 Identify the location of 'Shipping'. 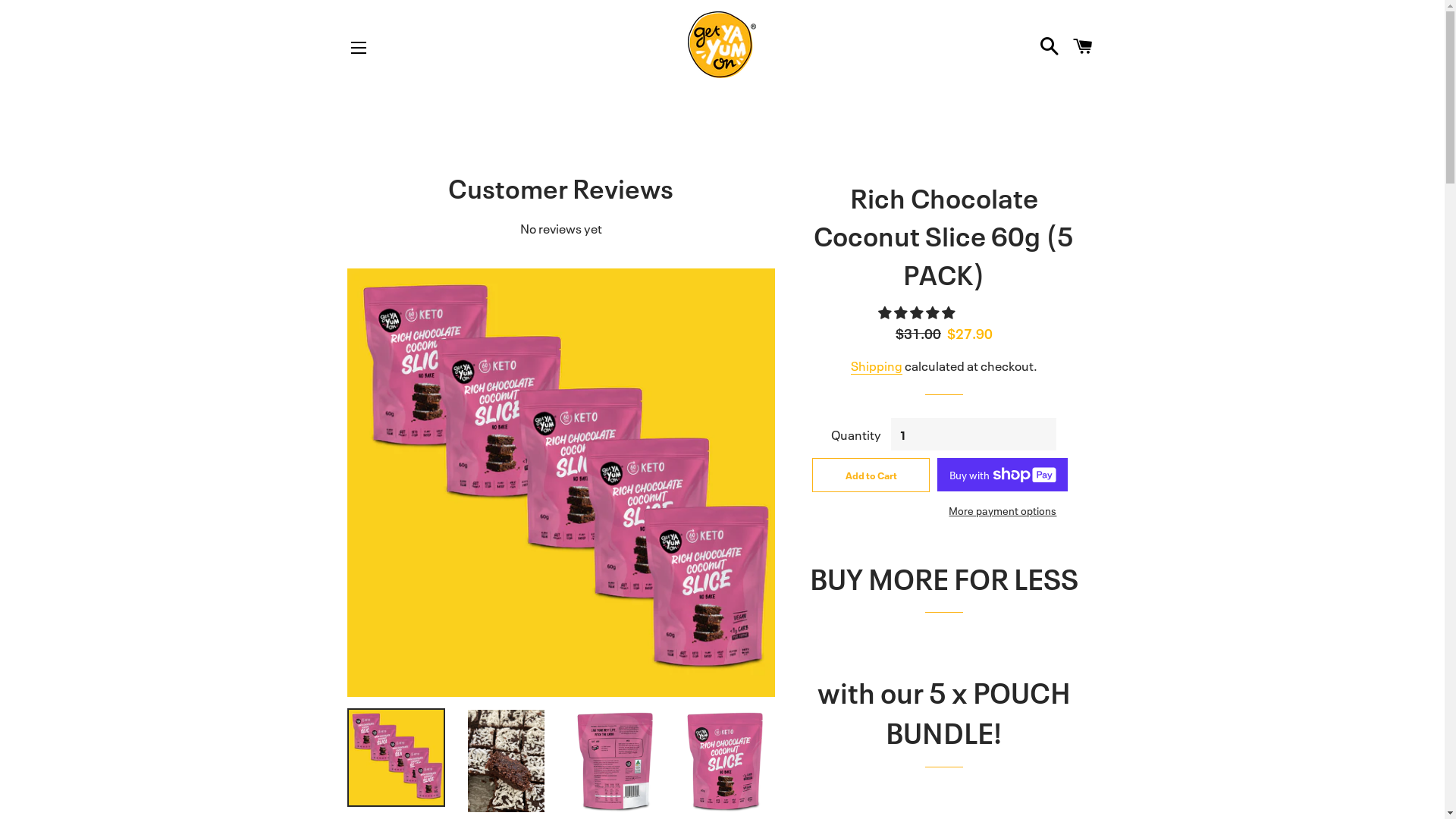
(877, 366).